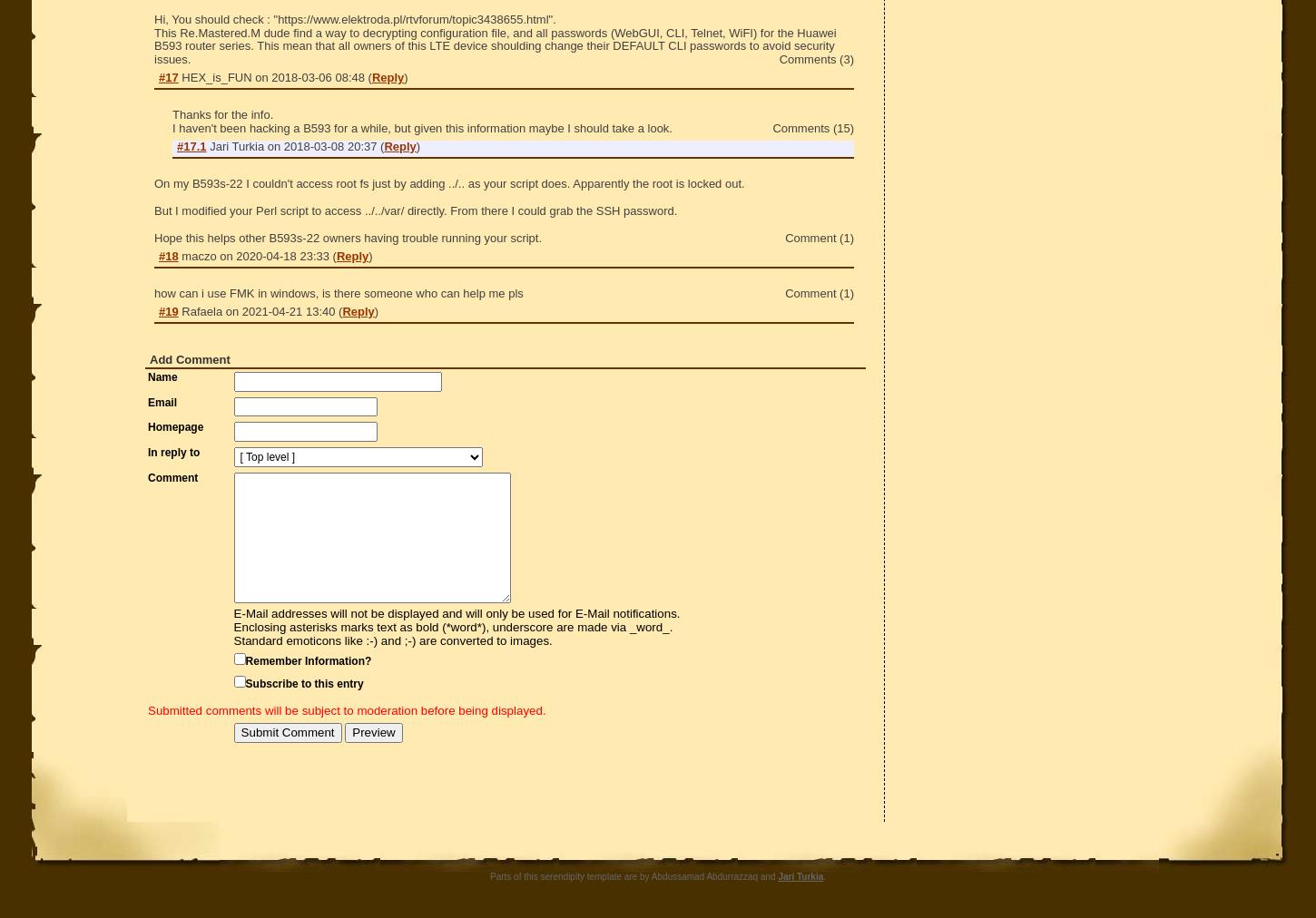  I want to click on '.', so click(823, 875).